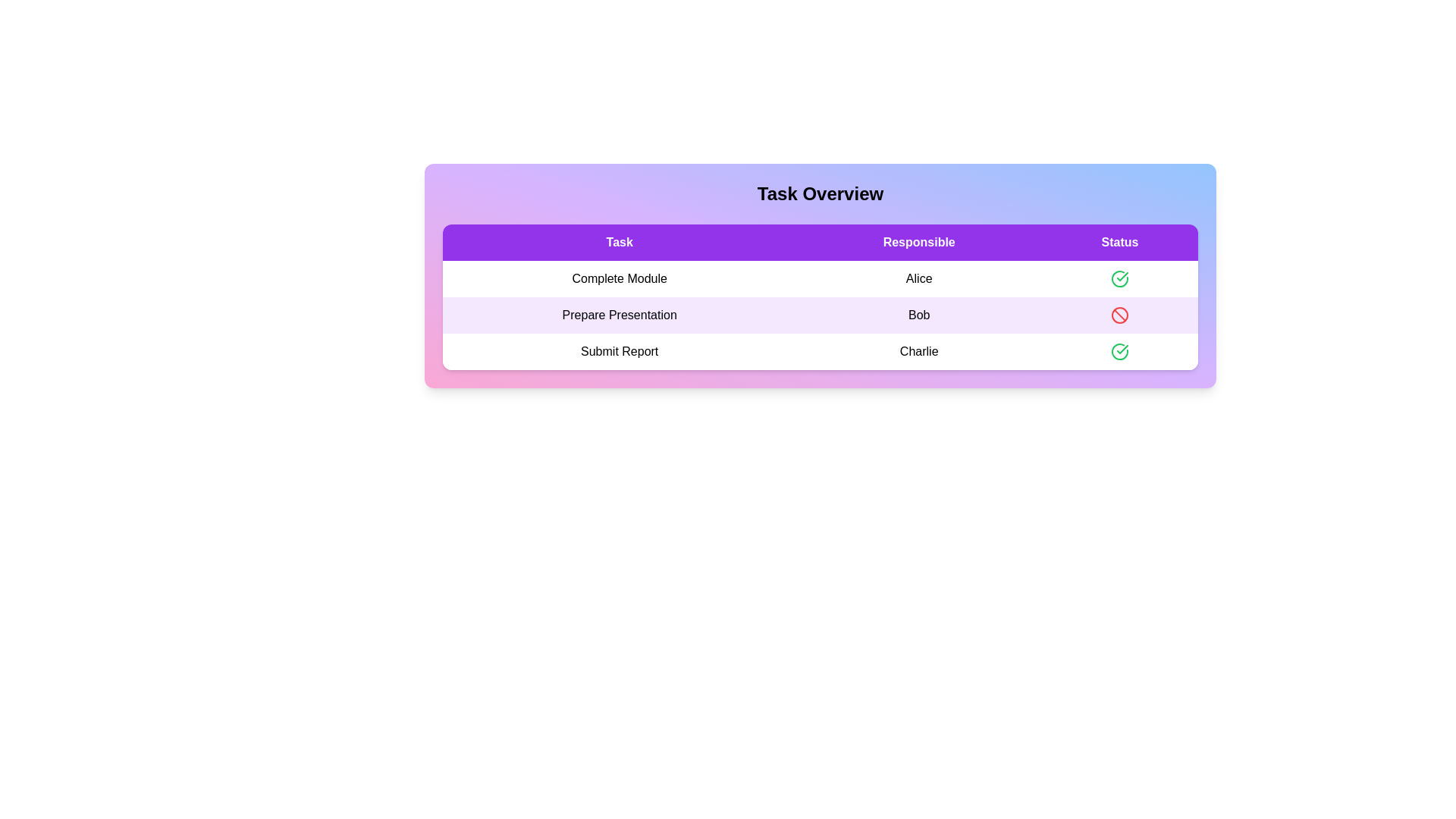  What do you see at coordinates (918, 242) in the screenshot?
I see `the second column header of the table that indicates the individuals responsible for the tasks listed below, which is positioned between the 'Task' and 'Status' headers` at bounding box center [918, 242].